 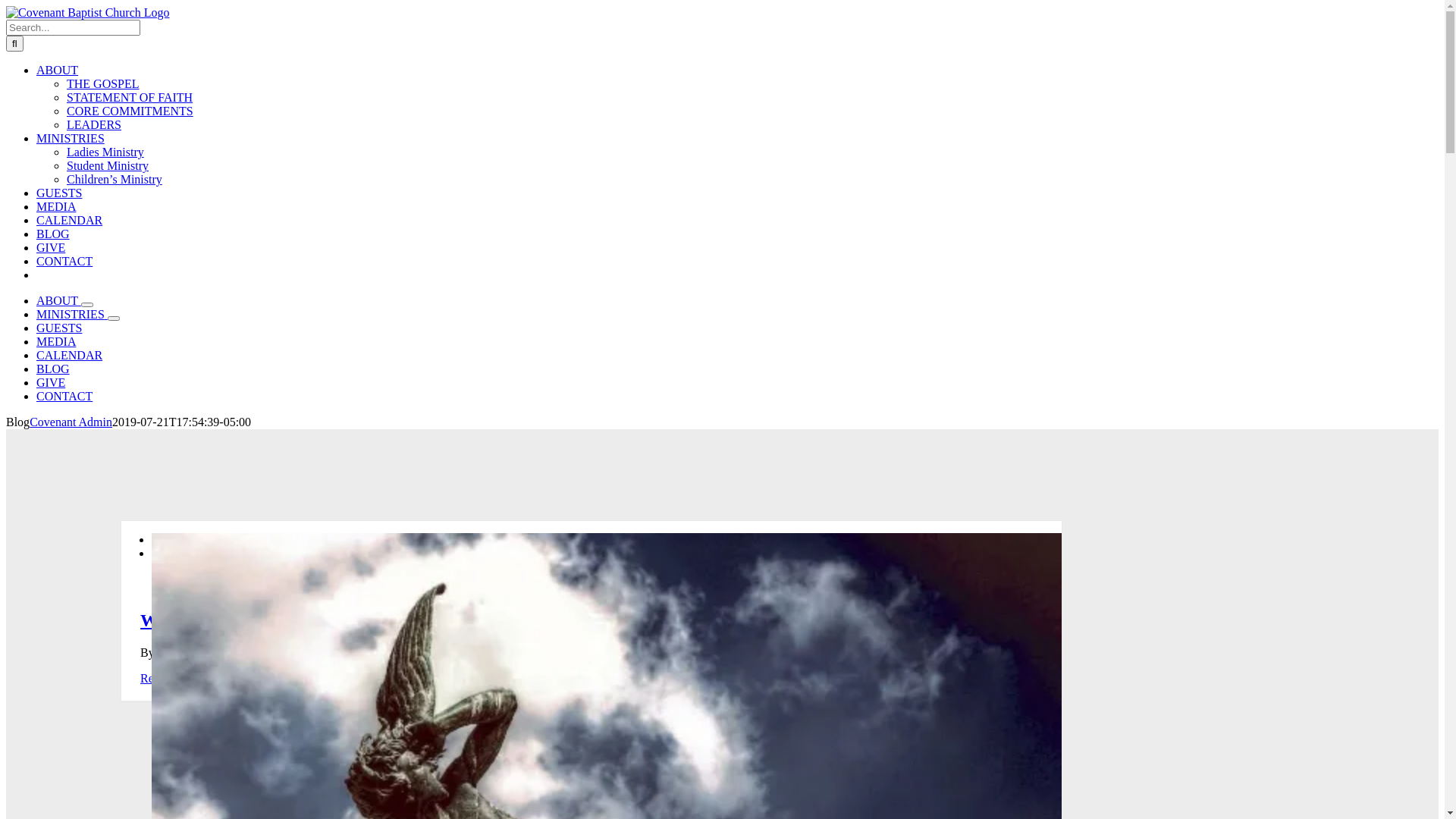 I want to click on 'GIVE', so click(x=51, y=381).